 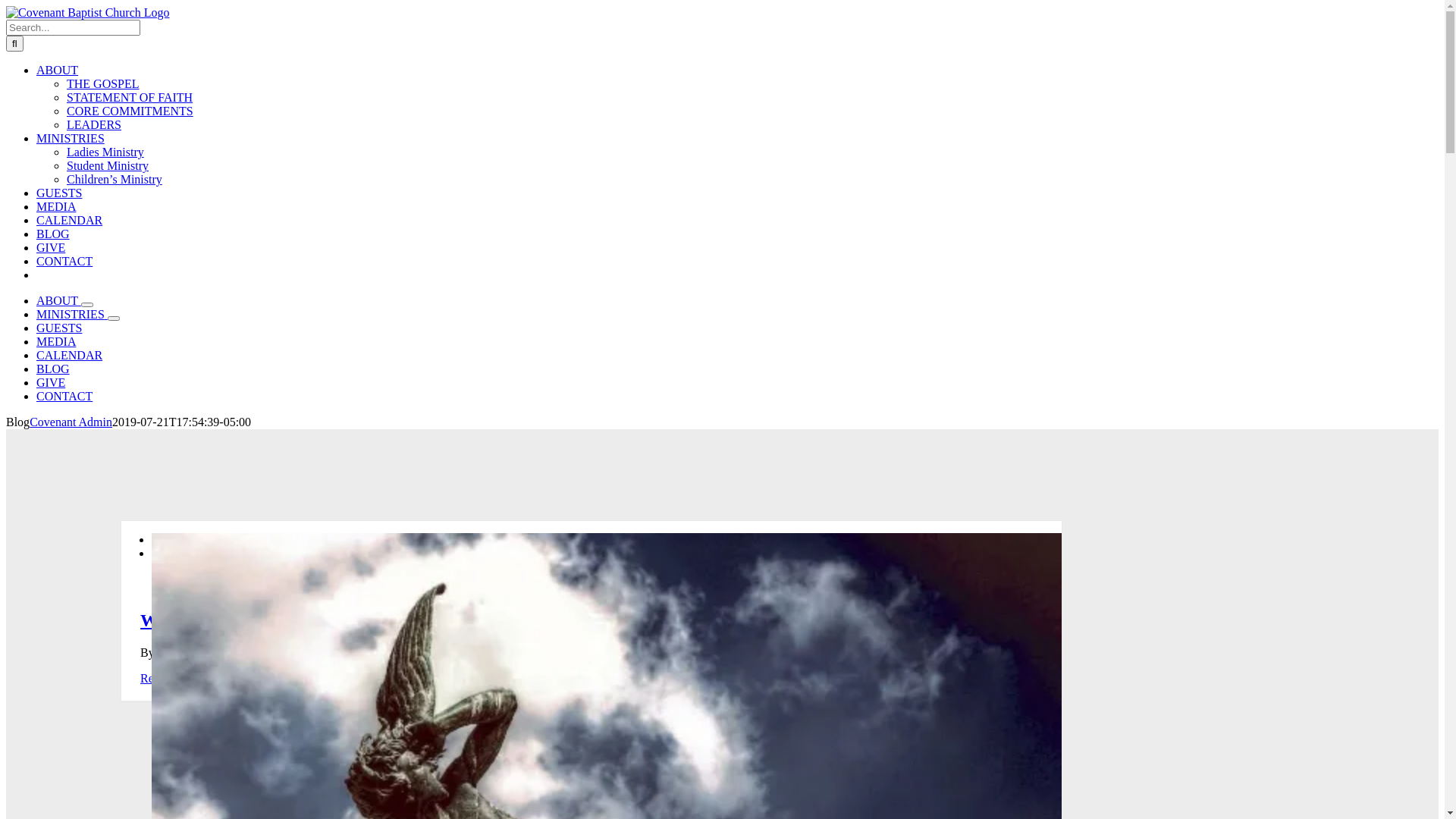 I want to click on 'GIVE', so click(x=51, y=381).